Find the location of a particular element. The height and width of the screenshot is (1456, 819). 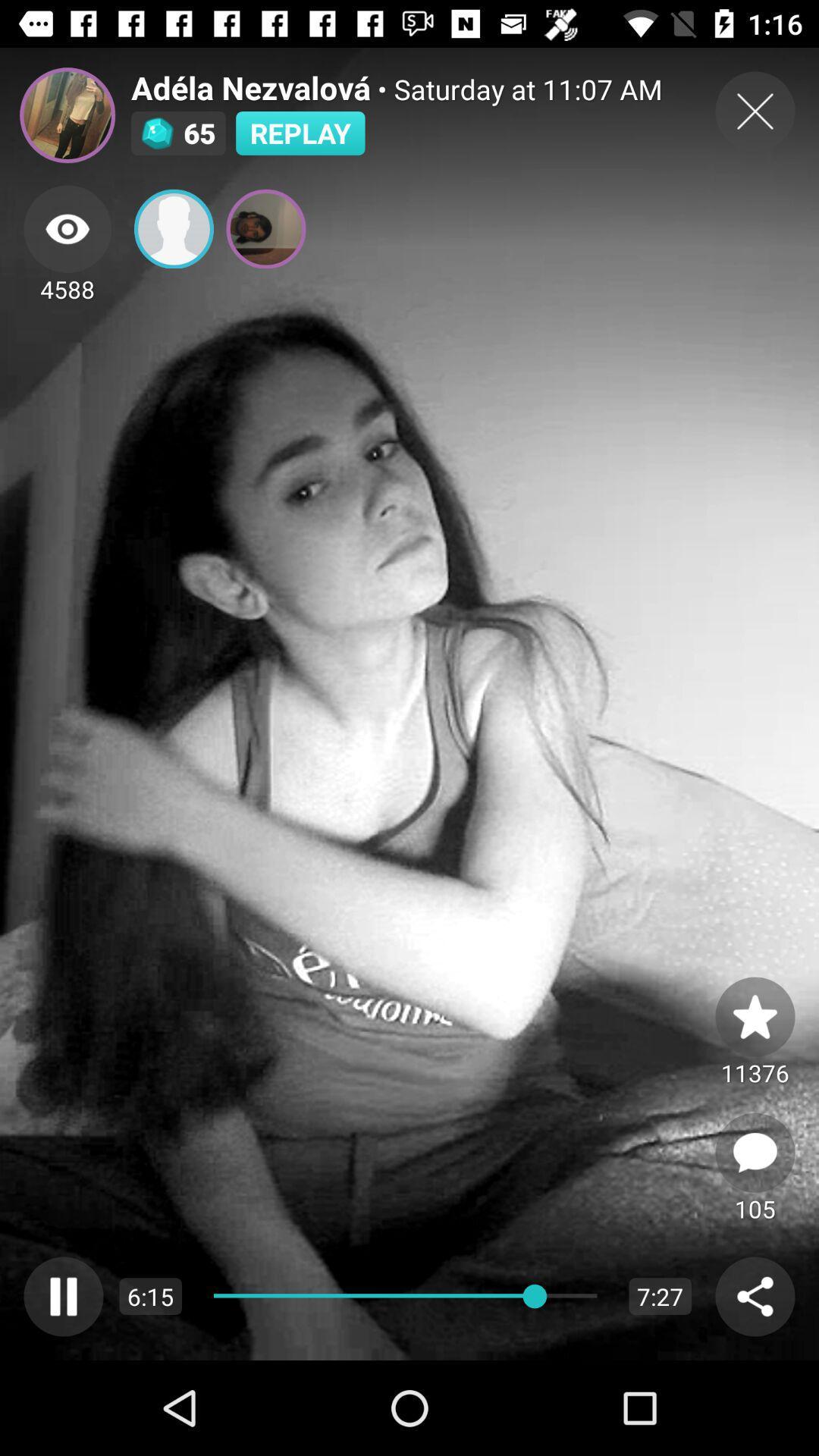

open profile picture is located at coordinates (67, 115).